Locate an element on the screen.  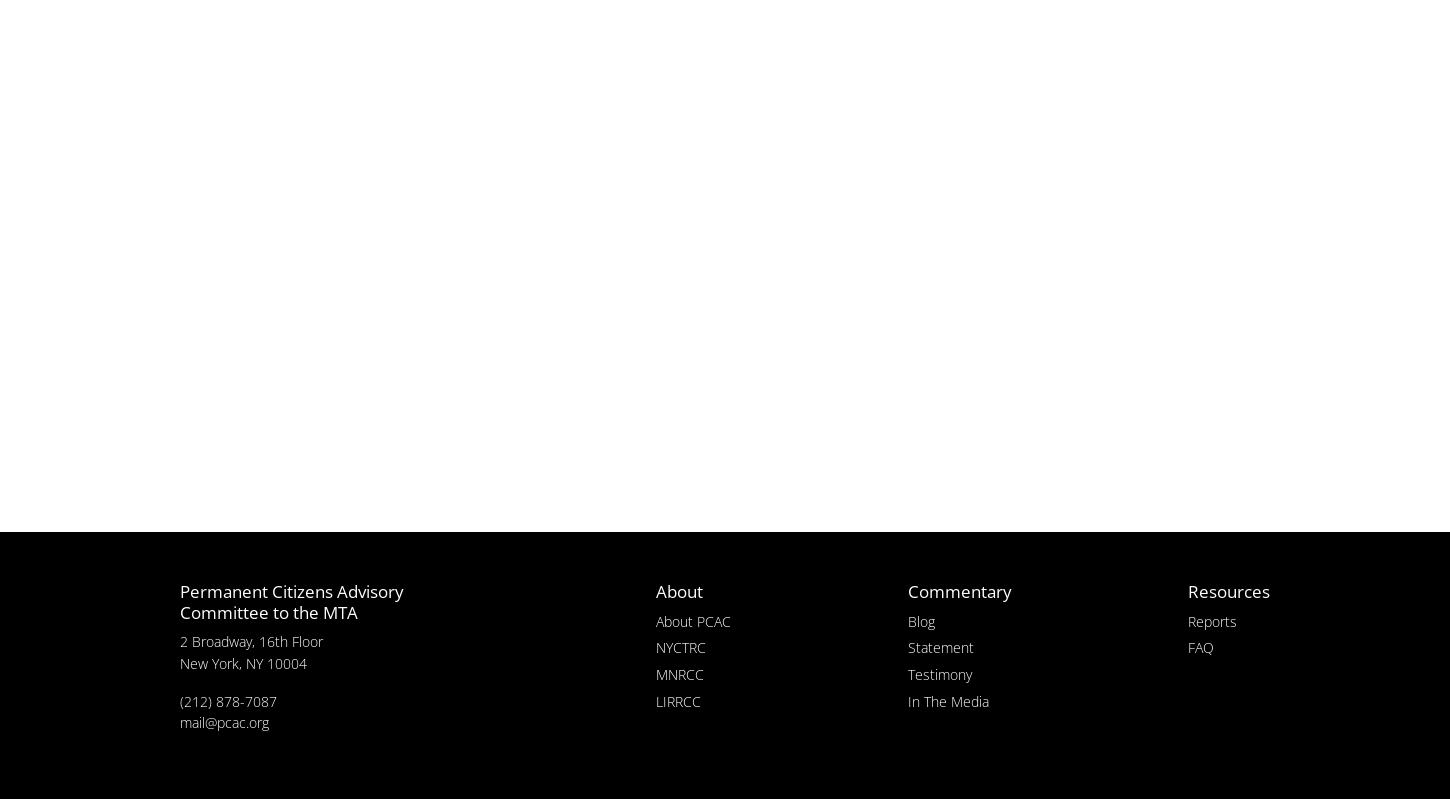
'MNRCC' is located at coordinates (679, 672).